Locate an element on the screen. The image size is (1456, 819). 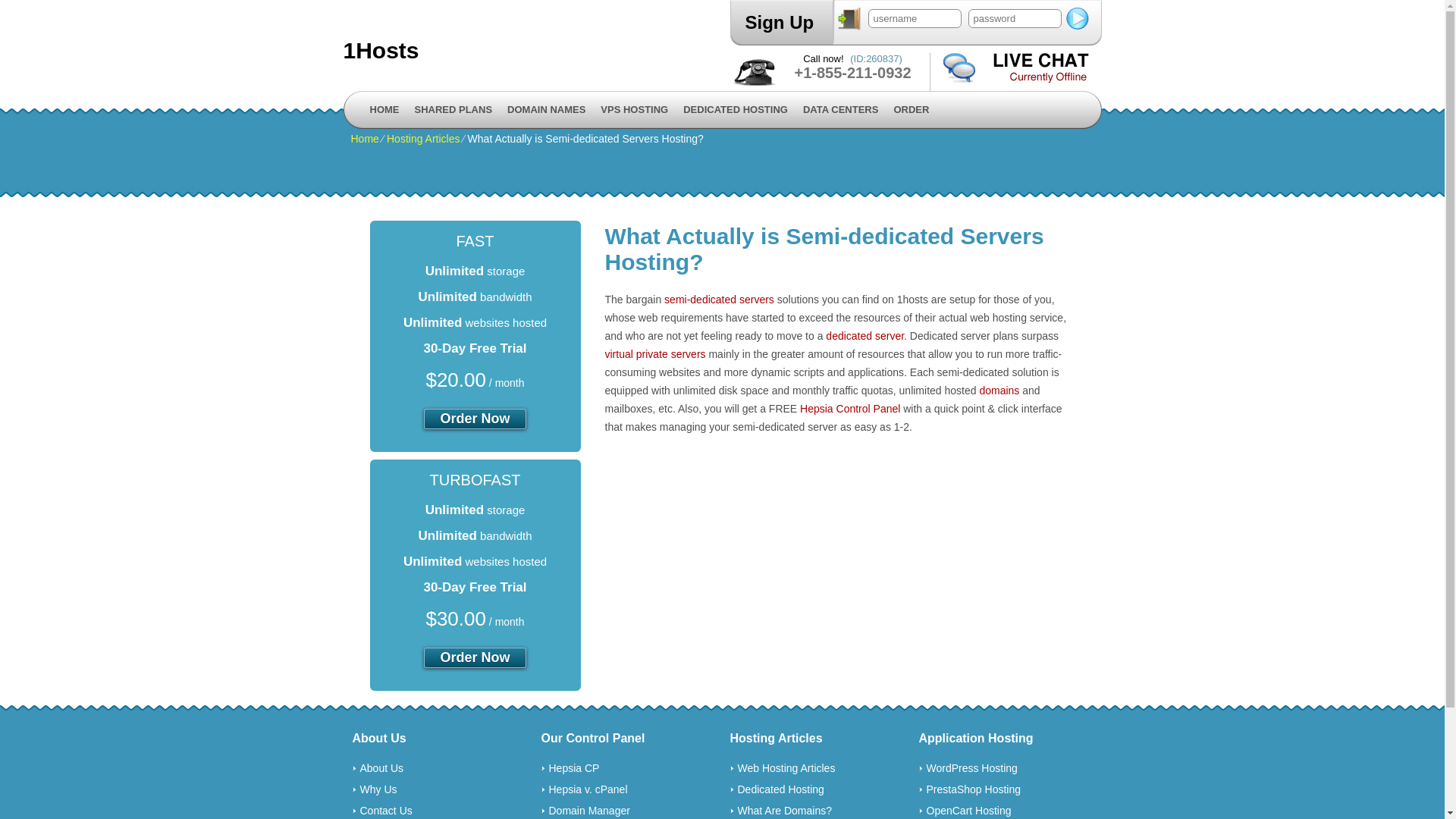
'WordPress Hosting' is located at coordinates (971, 768).